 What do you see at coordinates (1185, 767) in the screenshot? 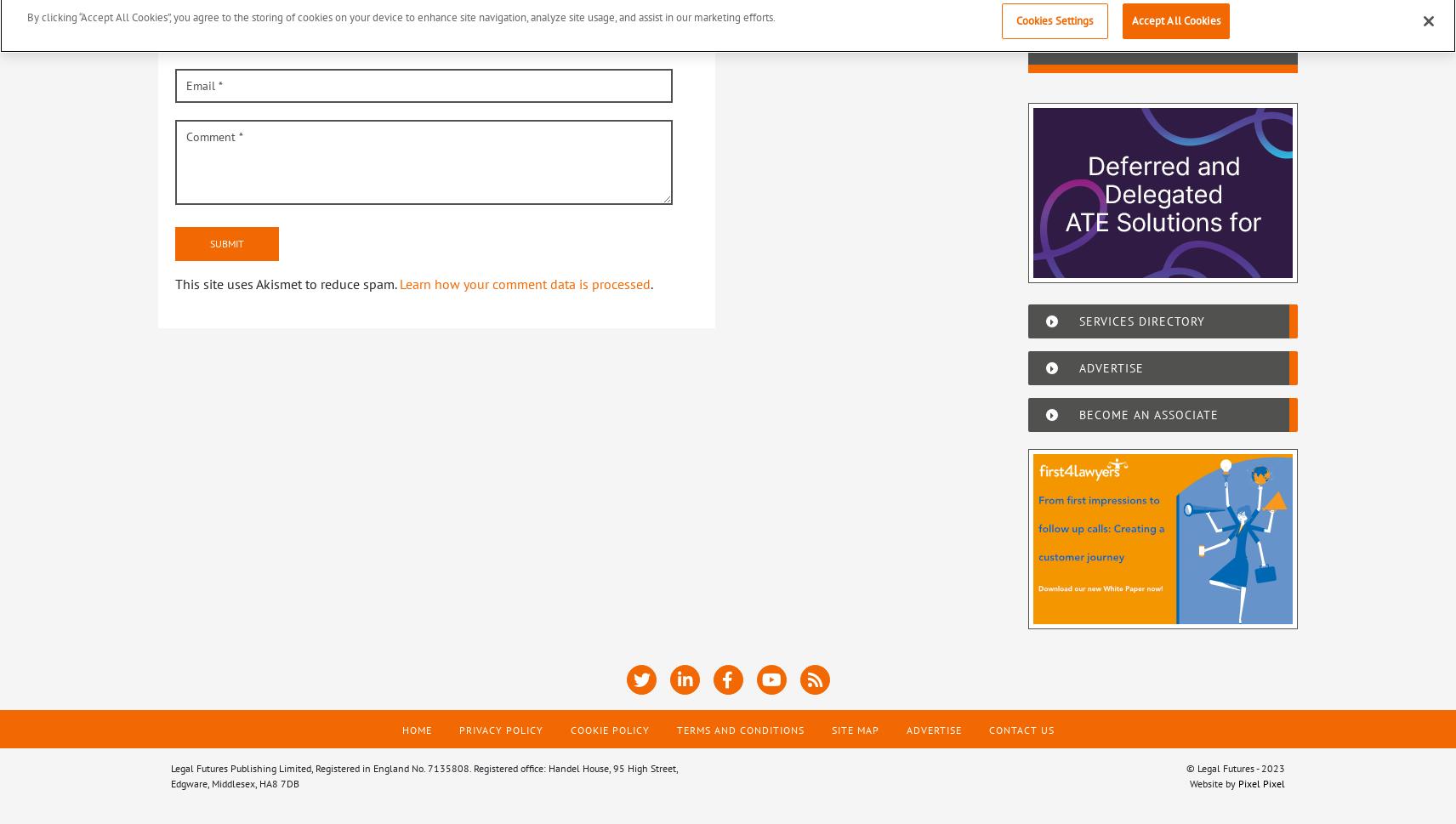
I see `'© Legal Futures - 2023'` at bounding box center [1185, 767].